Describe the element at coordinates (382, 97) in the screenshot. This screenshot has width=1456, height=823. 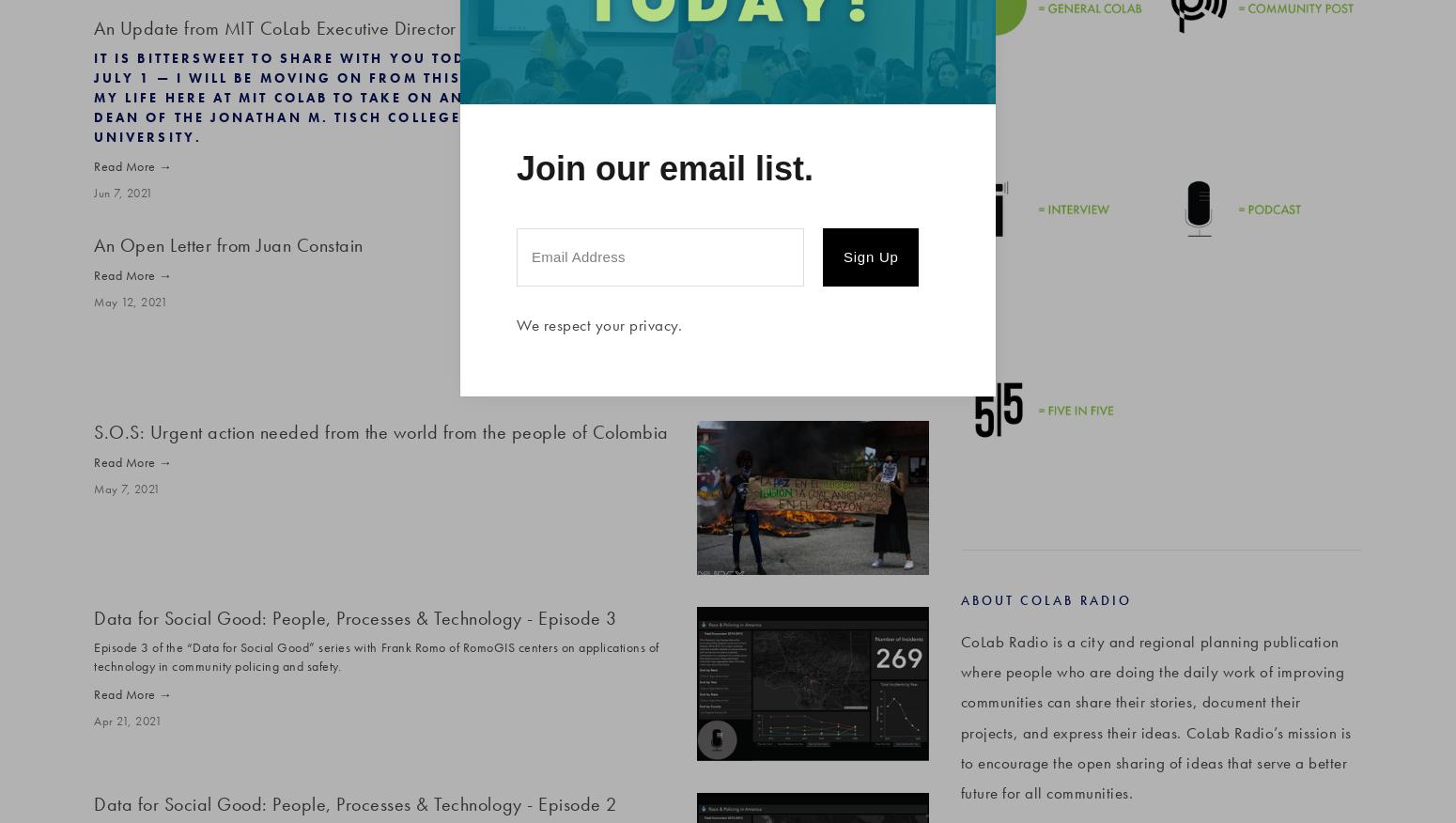
I see `'It is bittersweet to share with you today that — effective July 1 — I will be moving on from this incredible chapter of my life here at MIT CoLab to take on an exciting new role as Dean of the Jonathan M. Tisch College of Civic Life at Tufts University.'` at that location.